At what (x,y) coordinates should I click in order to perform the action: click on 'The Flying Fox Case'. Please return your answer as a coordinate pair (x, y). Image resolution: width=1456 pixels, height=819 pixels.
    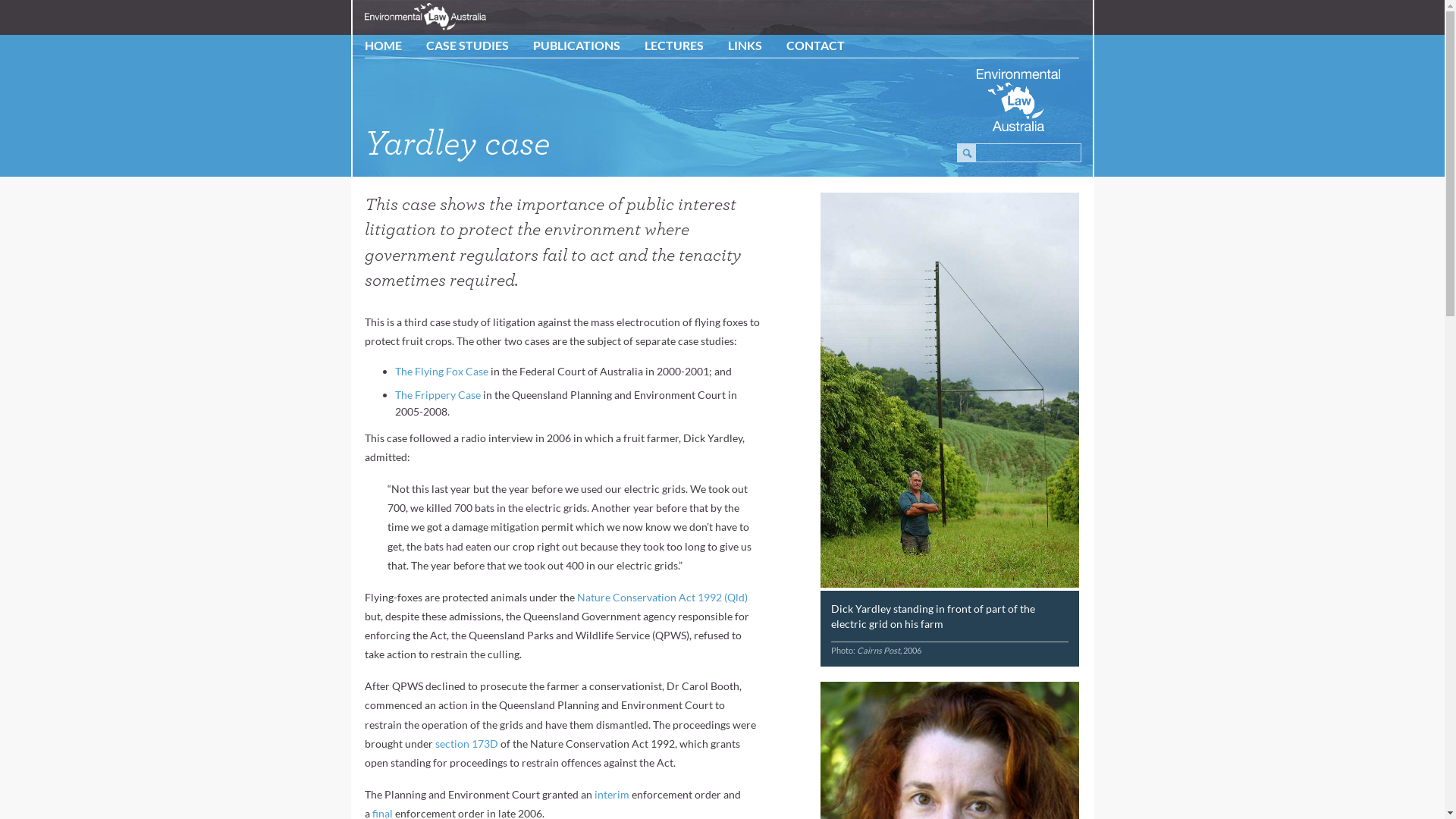
    Looking at the image, I should click on (441, 371).